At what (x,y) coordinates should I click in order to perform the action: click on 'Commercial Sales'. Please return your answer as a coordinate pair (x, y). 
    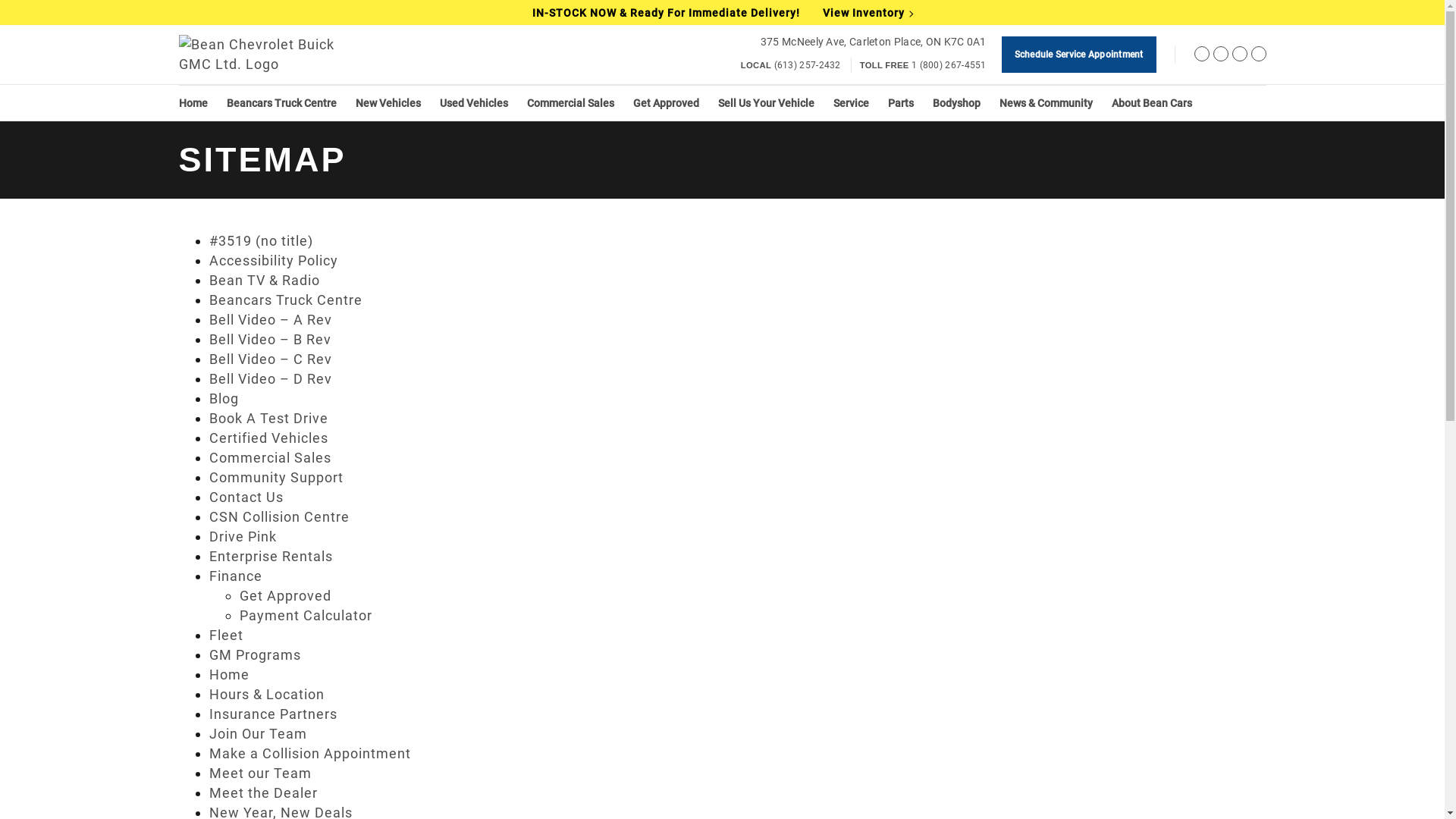
    Looking at the image, I should click on (208, 457).